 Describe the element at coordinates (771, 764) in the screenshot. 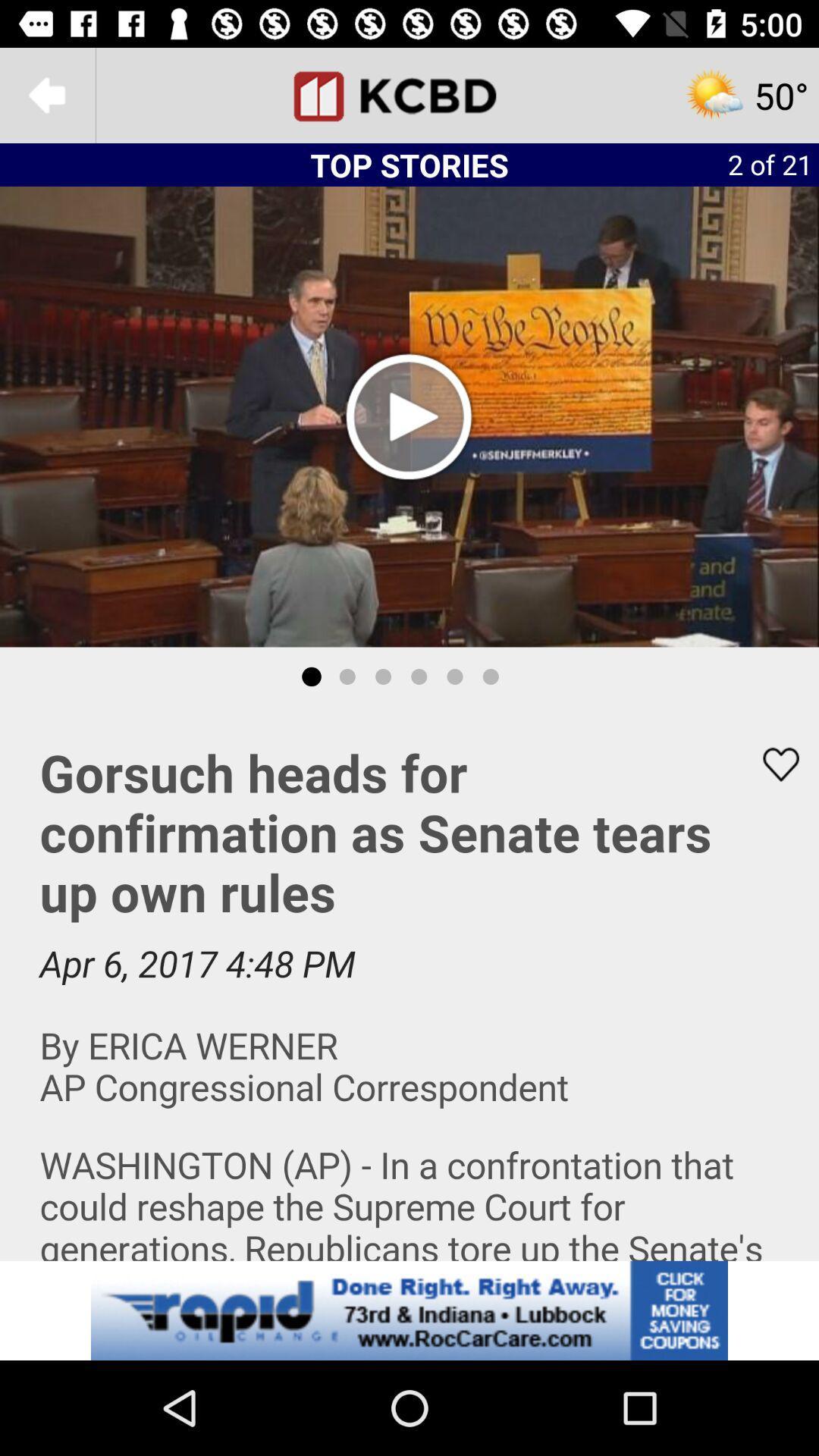

I see `like article` at that location.